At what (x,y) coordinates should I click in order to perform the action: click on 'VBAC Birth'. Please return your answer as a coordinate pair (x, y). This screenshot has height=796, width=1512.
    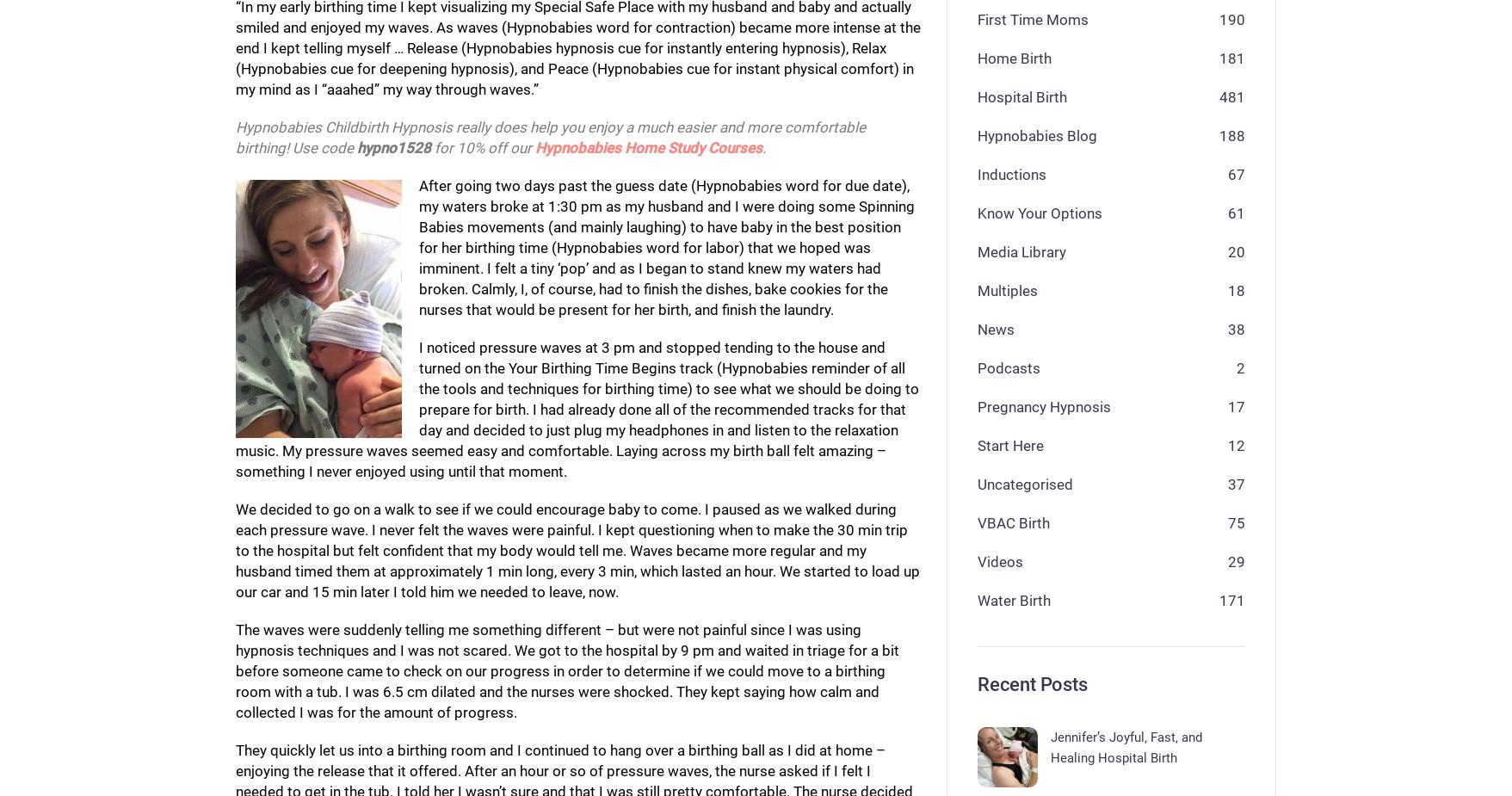
    Looking at the image, I should click on (1013, 521).